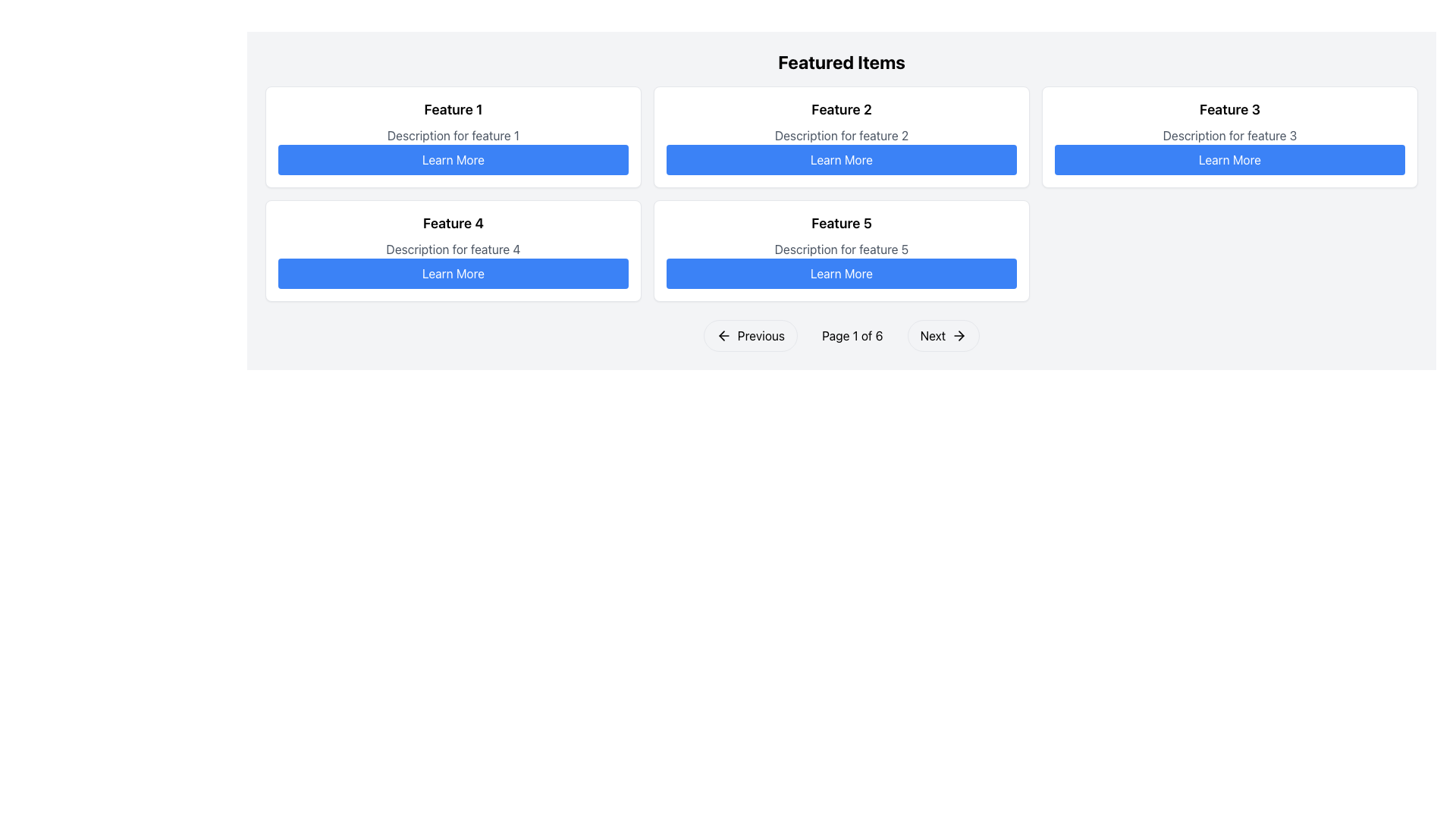 The height and width of the screenshot is (819, 1456). What do you see at coordinates (840, 61) in the screenshot?
I see `the Text Header element that serves as the title for the content section, indicating the focus or theme of the section below` at bounding box center [840, 61].